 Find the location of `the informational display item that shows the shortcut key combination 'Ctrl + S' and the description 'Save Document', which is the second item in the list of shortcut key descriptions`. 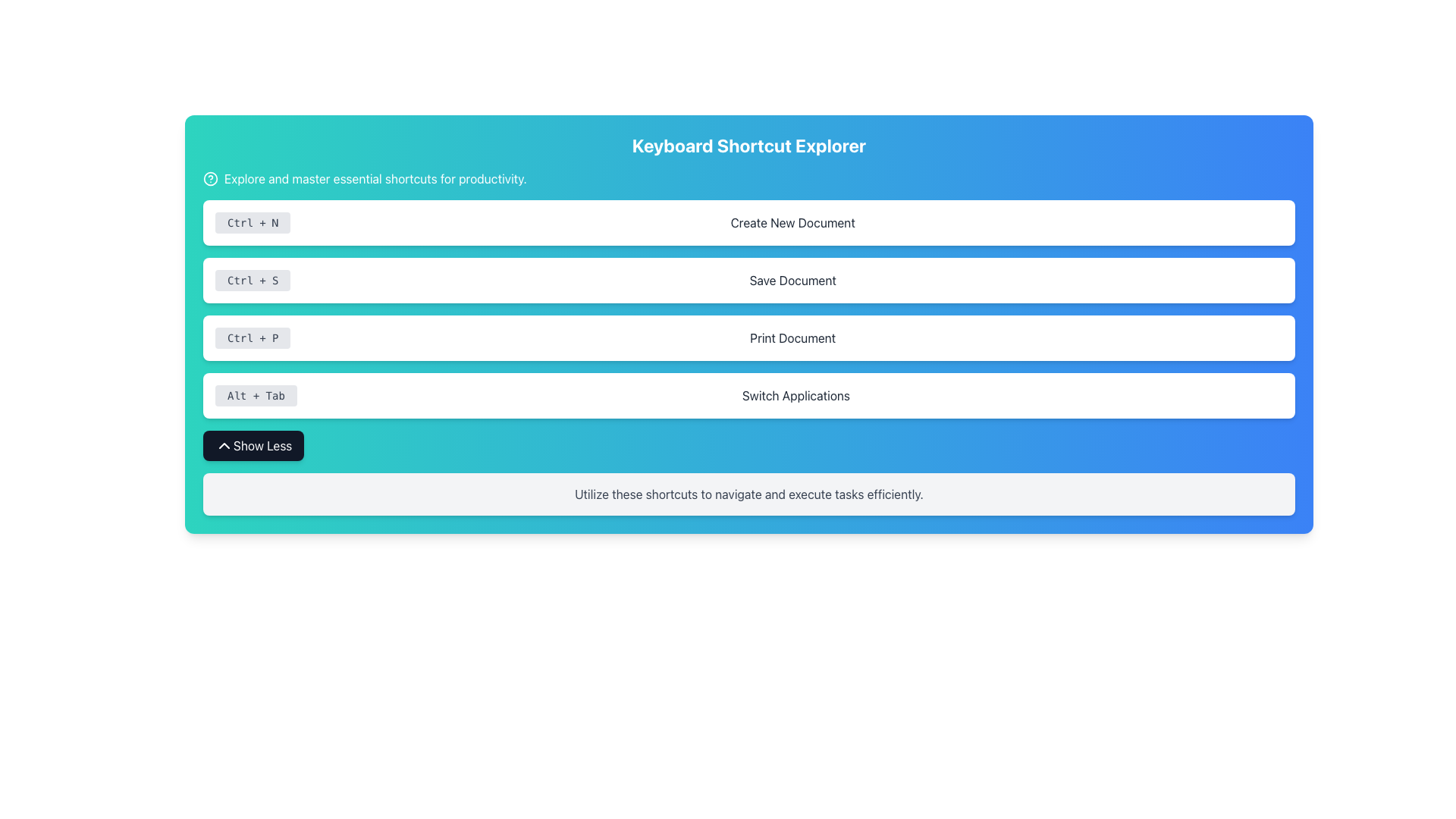

the informational display item that shows the shortcut key combination 'Ctrl + S' and the description 'Save Document', which is the second item in the list of shortcut key descriptions is located at coordinates (749, 281).